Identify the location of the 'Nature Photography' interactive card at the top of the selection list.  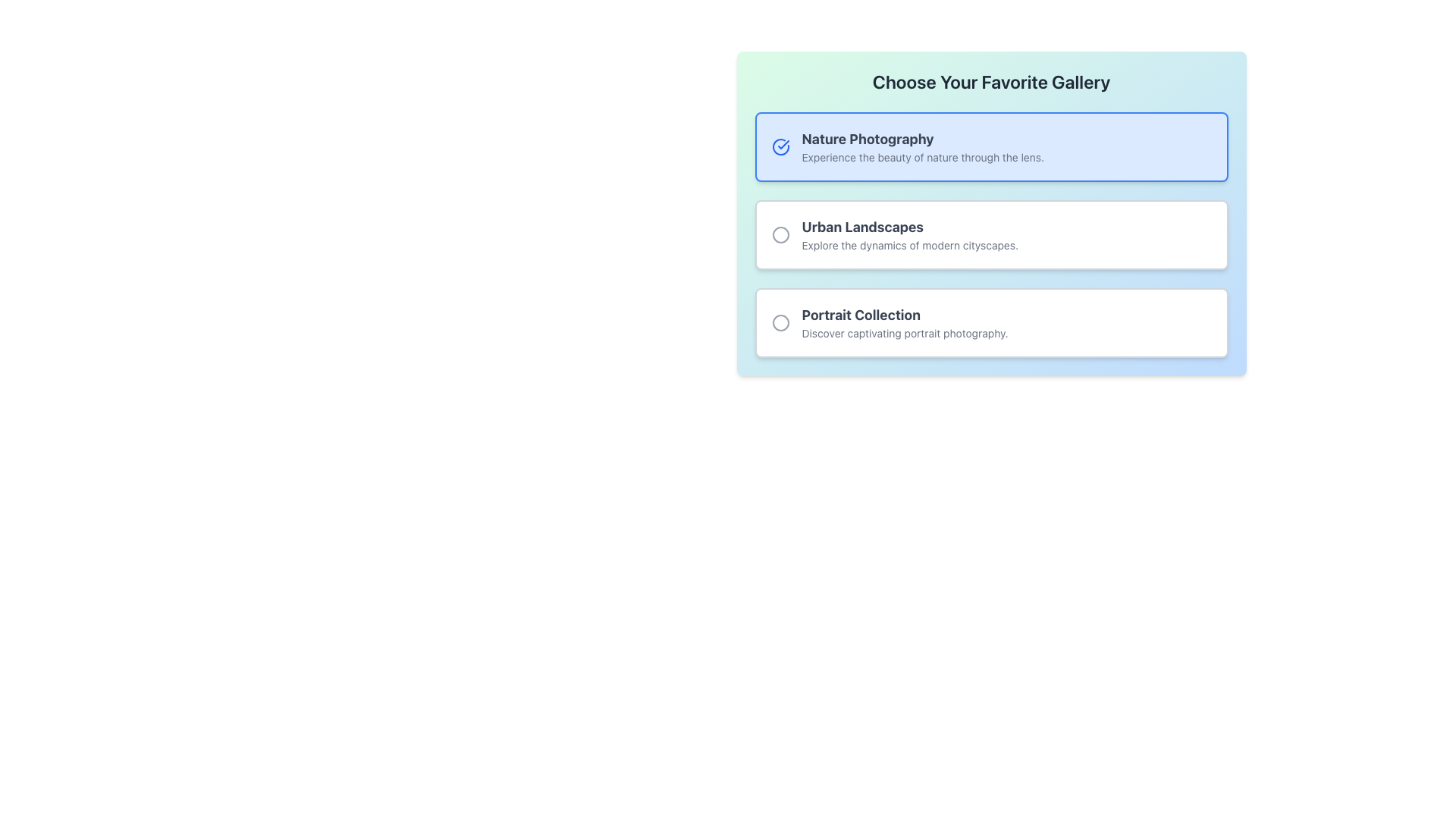
(991, 146).